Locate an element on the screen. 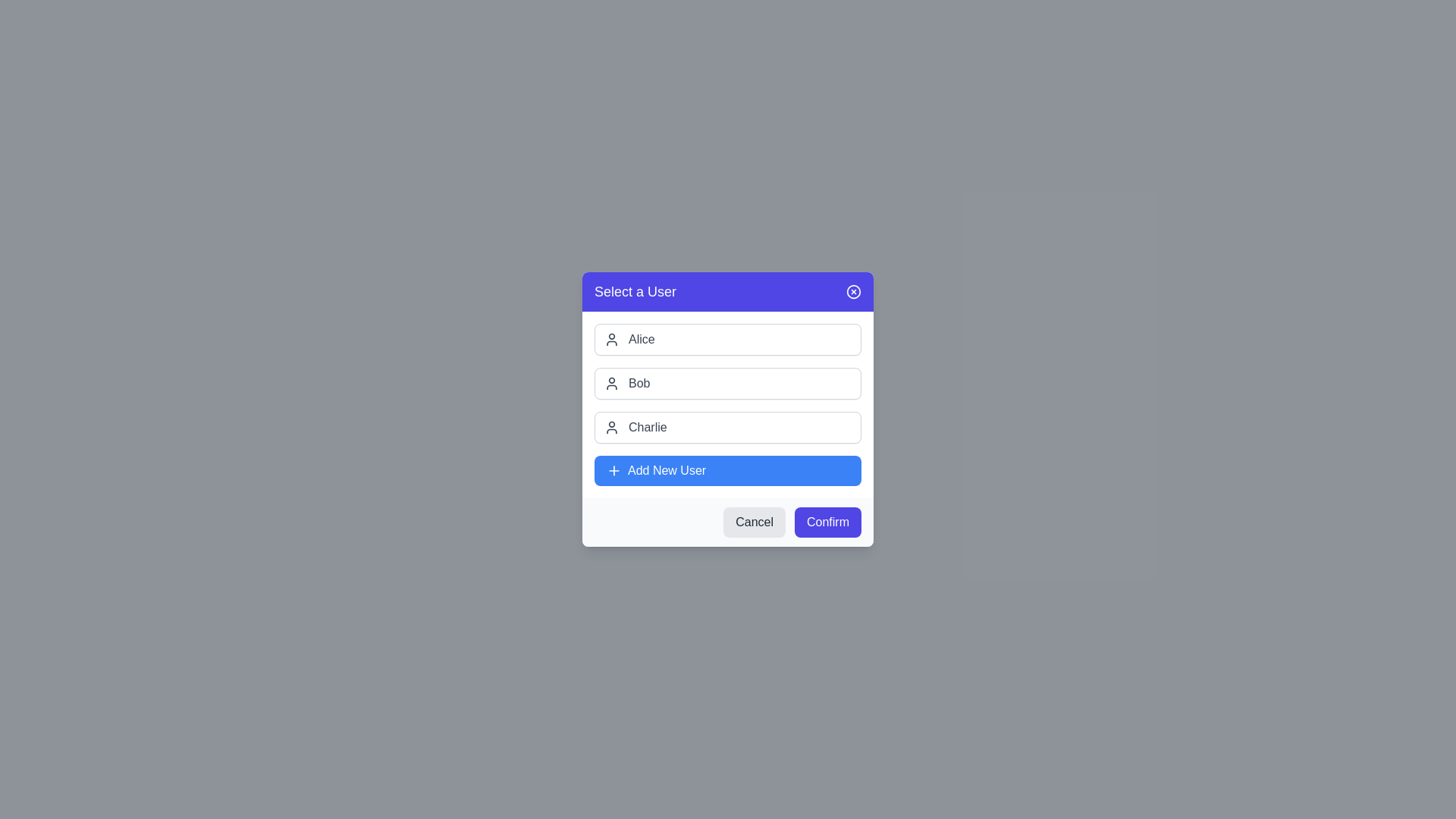  the user's name label, which is the third item in a list of user names in a modal dialog is located at coordinates (648, 427).